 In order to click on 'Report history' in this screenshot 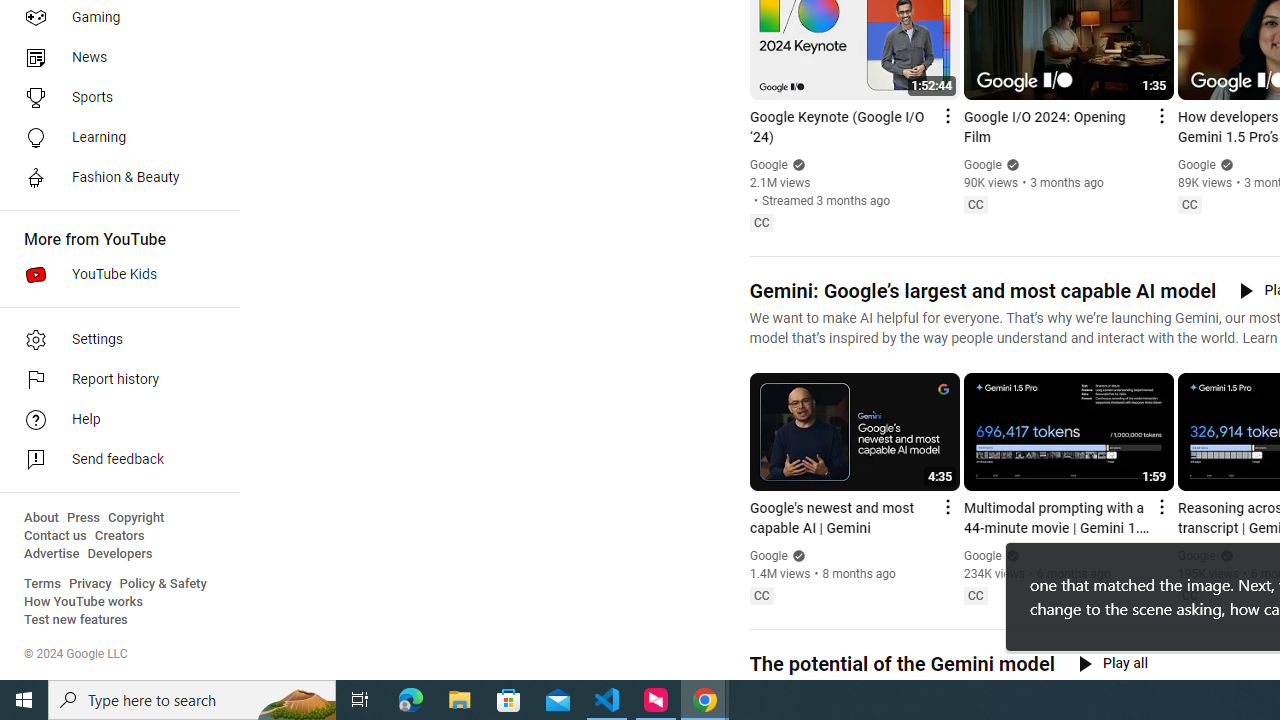, I will do `click(112, 380)`.